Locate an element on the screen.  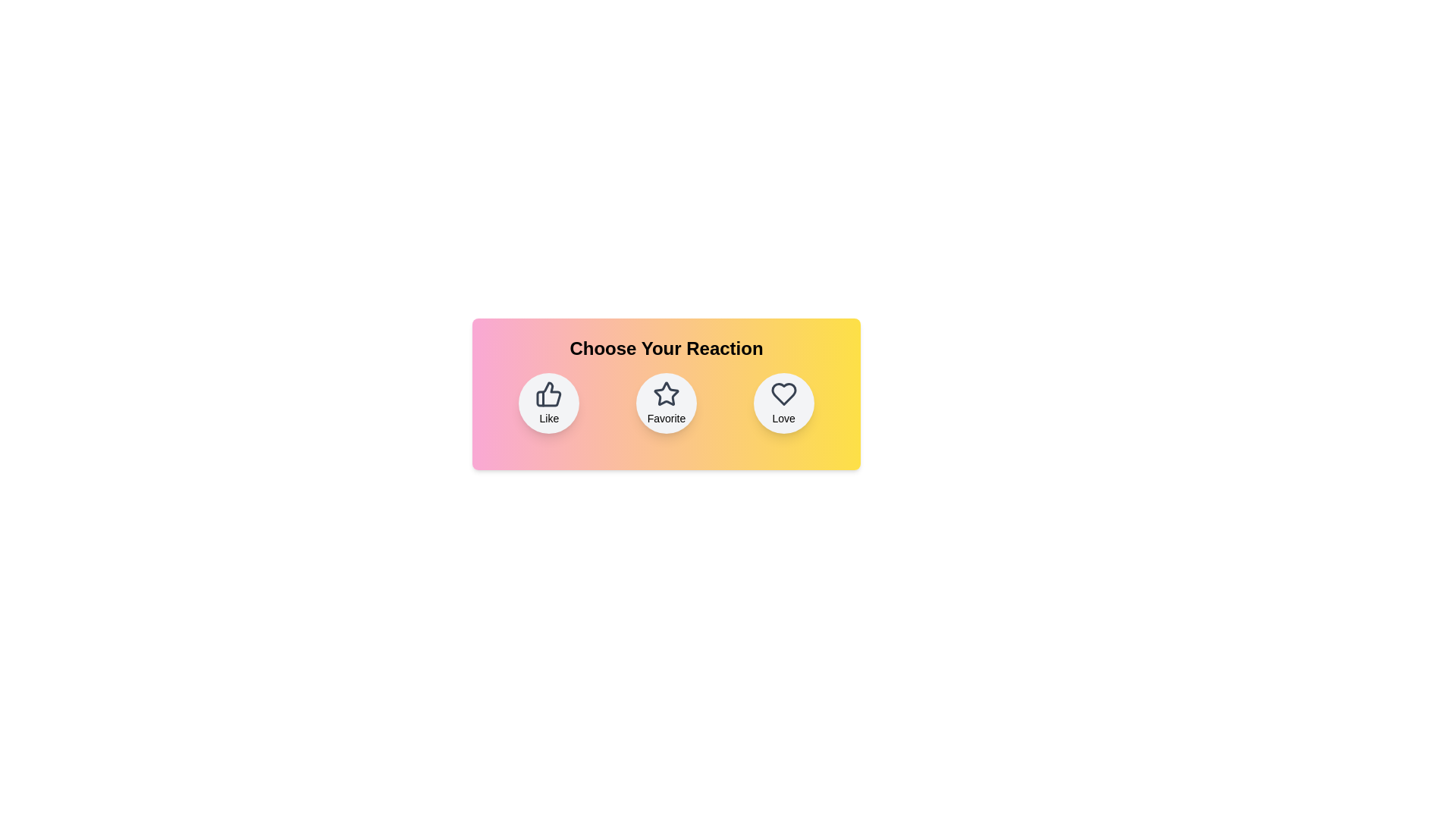
the Like button to select the corresponding reaction is located at coordinates (548, 403).